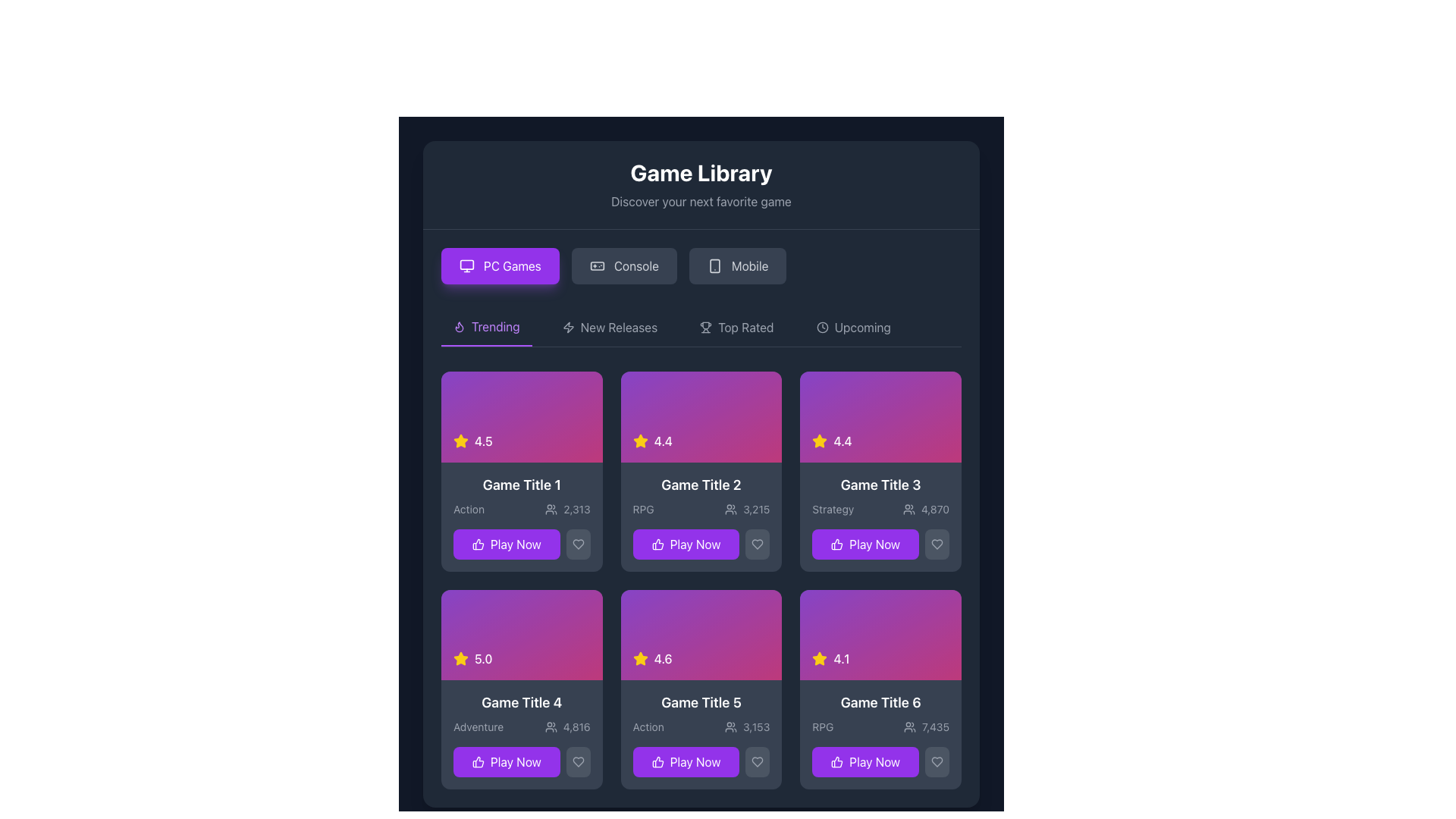  I want to click on the rating icon (star) that indicates a rating value of 4.6 for the game titled 'Game Title 5', located within a card layout with a purple gradient background, so click(640, 657).